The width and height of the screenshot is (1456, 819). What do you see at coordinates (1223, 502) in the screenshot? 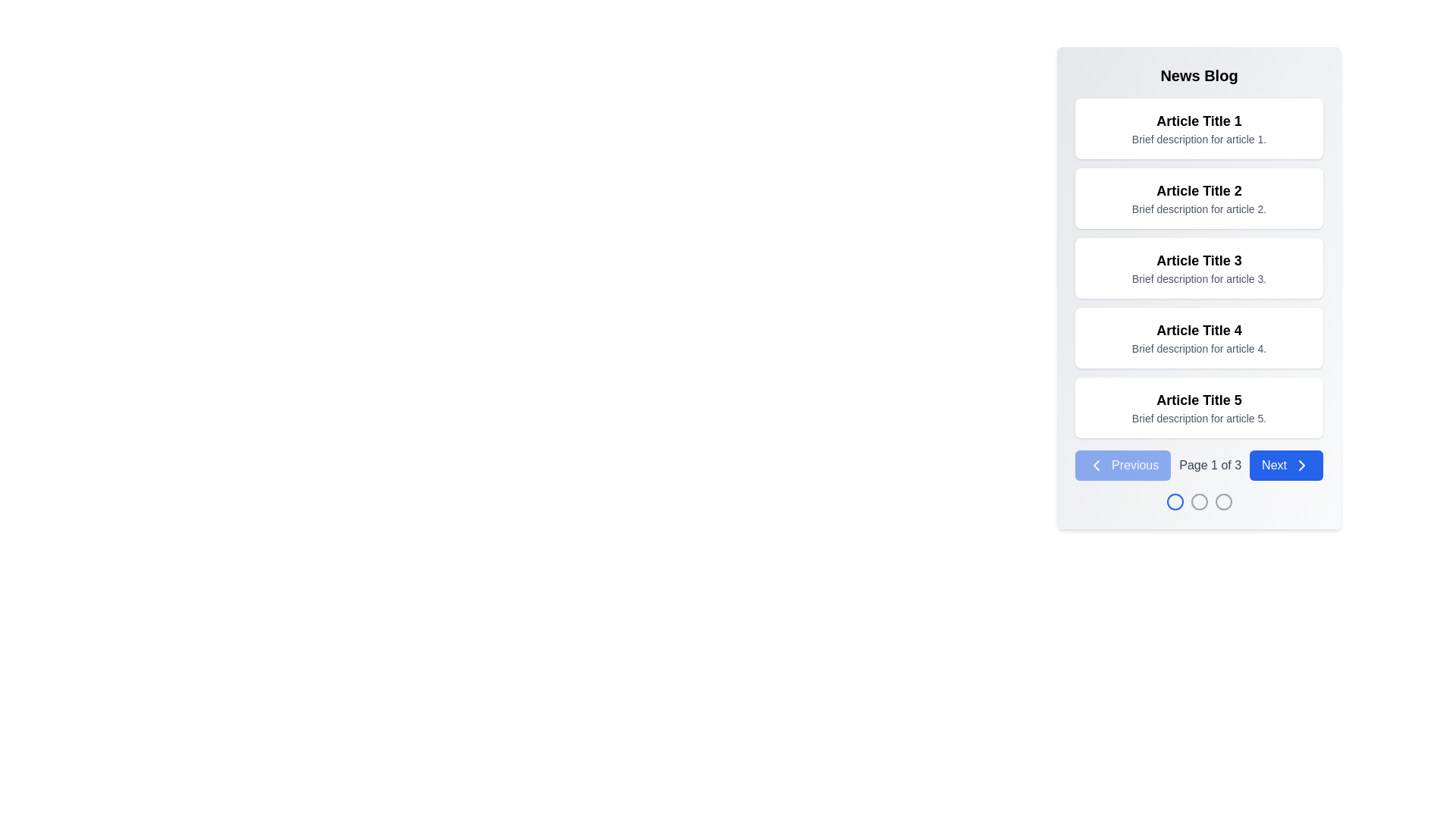
I see `the third pagination indicator located at the bottom of the page` at bounding box center [1223, 502].